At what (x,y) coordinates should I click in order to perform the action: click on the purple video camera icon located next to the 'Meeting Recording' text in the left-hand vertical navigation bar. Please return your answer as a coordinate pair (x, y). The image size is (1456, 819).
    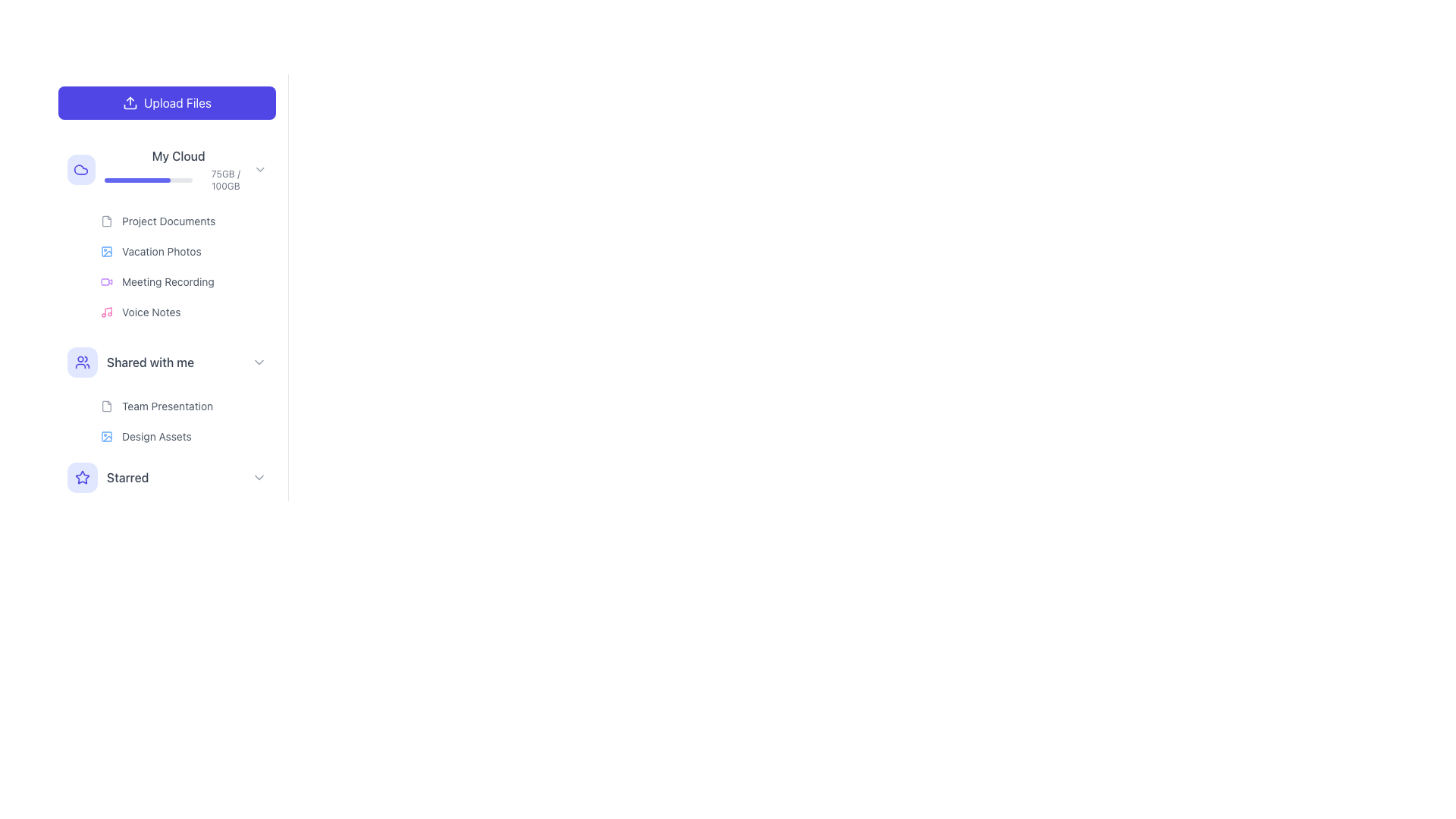
    Looking at the image, I should click on (105, 281).